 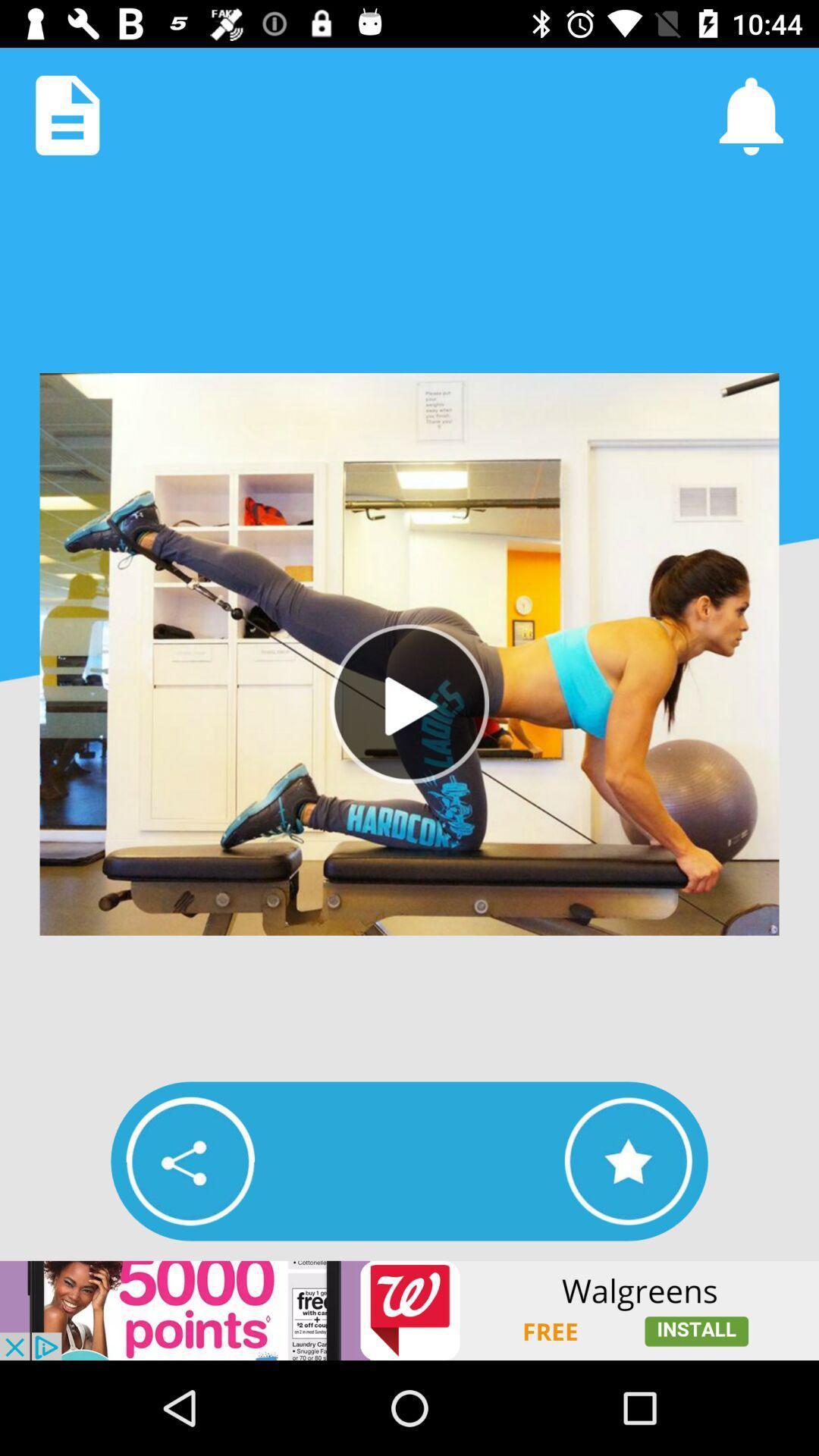 What do you see at coordinates (190, 1160) in the screenshot?
I see `share the video` at bounding box center [190, 1160].